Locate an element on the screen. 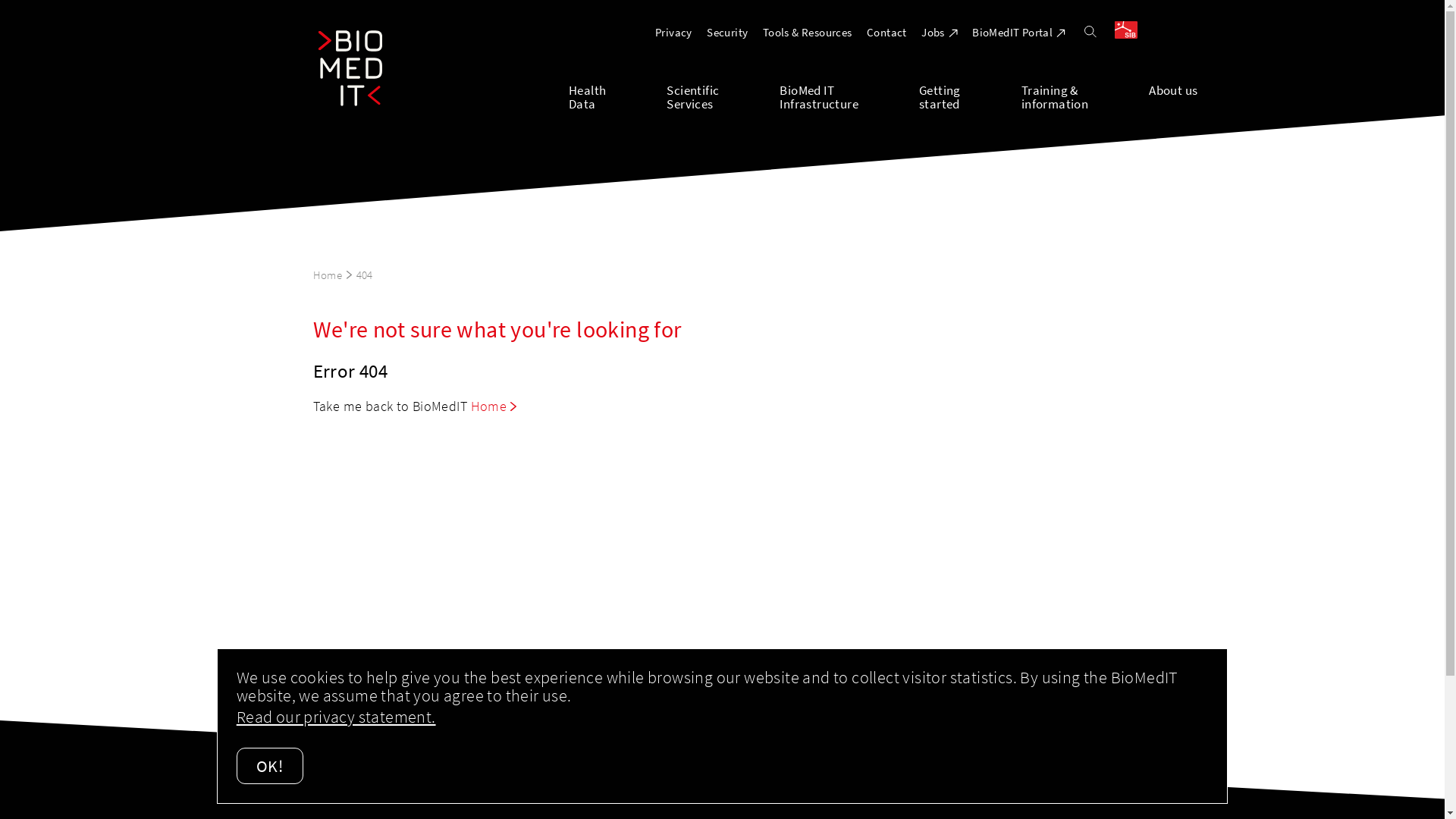  'BioMed IT Infrastructure' is located at coordinates (848, 96).